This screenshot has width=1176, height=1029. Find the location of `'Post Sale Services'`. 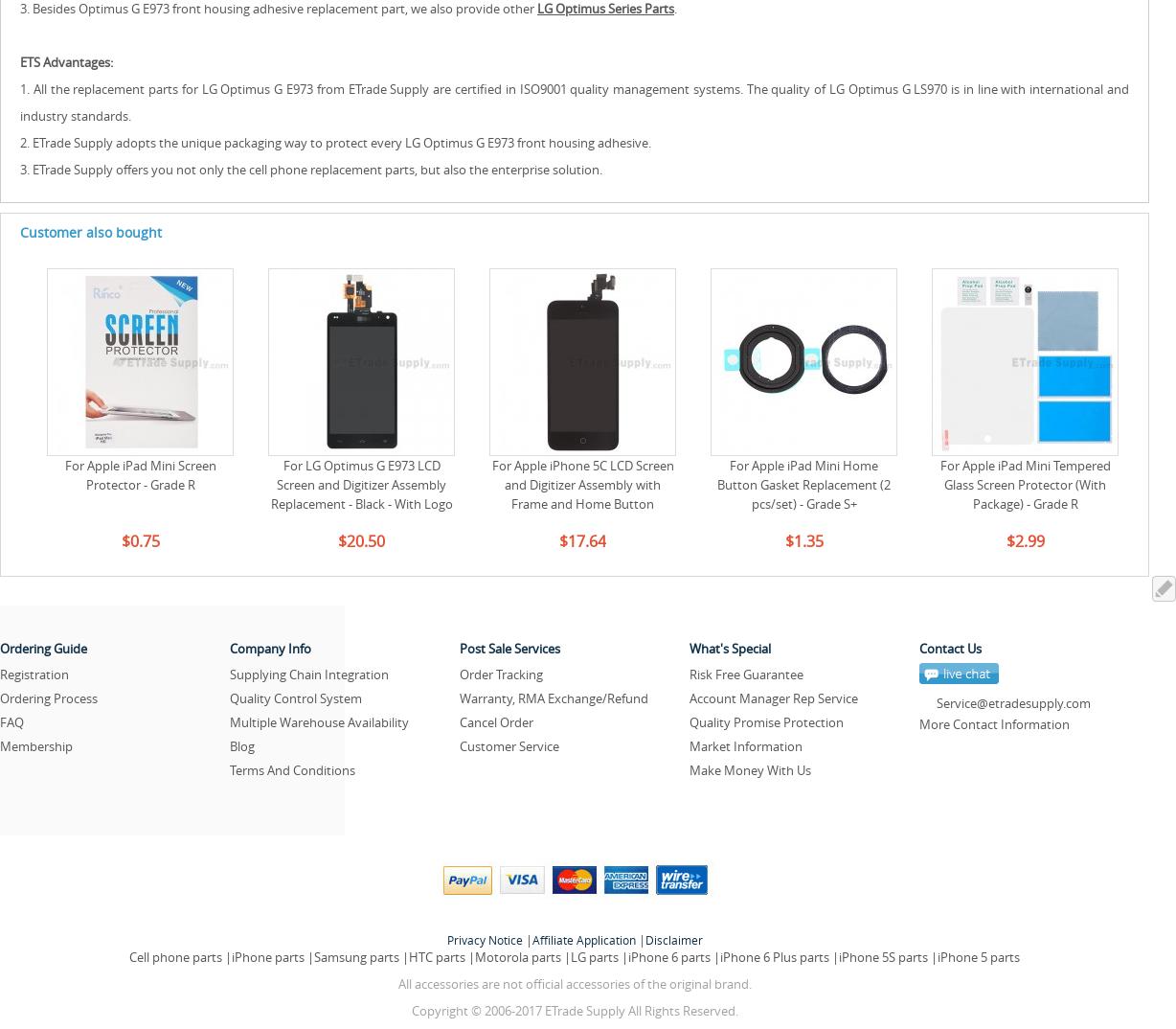

'Post Sale Services' is located at coordinates (509, 648).